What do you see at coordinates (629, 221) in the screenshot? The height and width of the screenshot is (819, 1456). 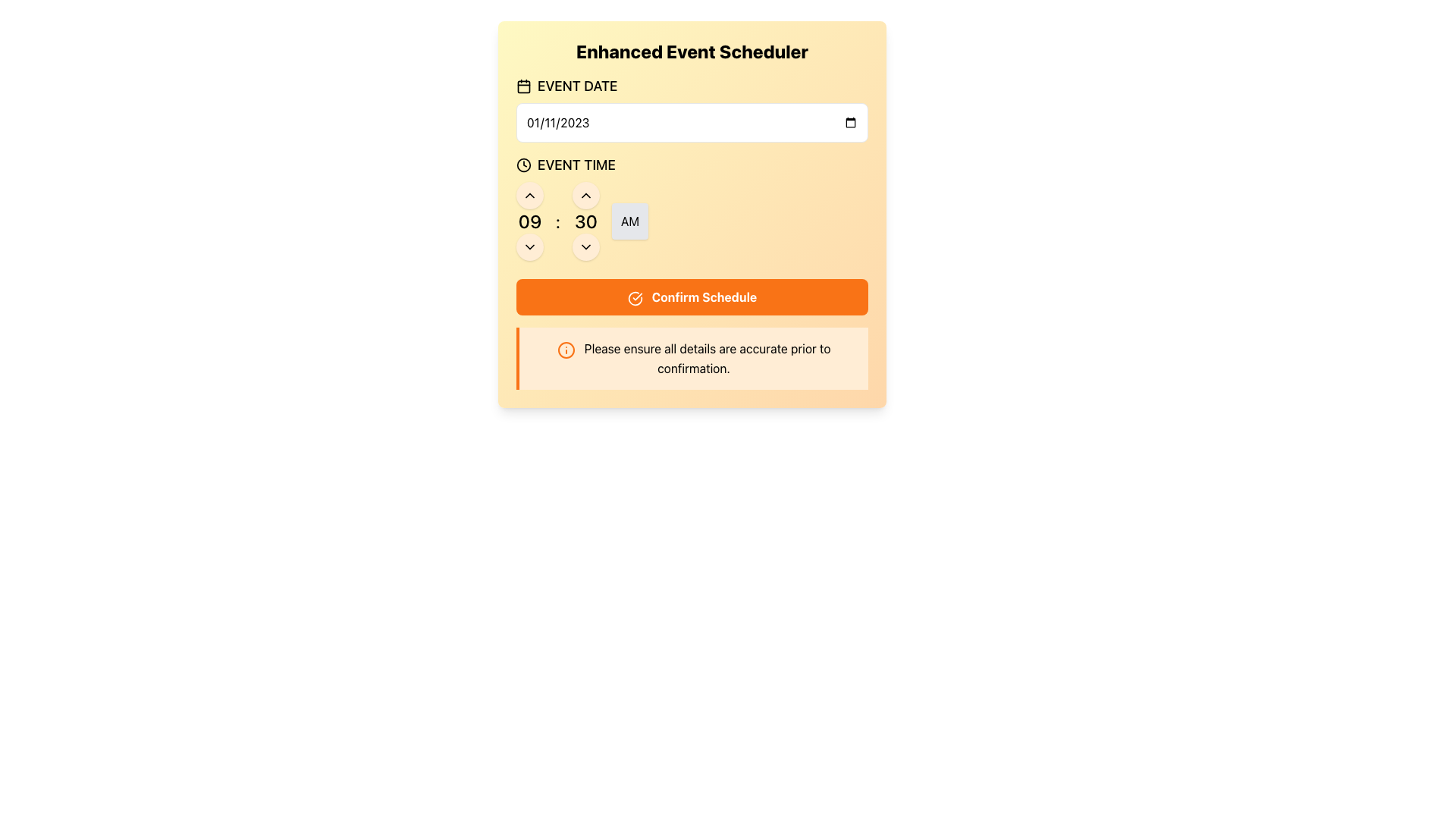 I see `the button displaying 'AM' with a light gray background, located to the right of the '30' minute input field` at bounding box center [629, 221].